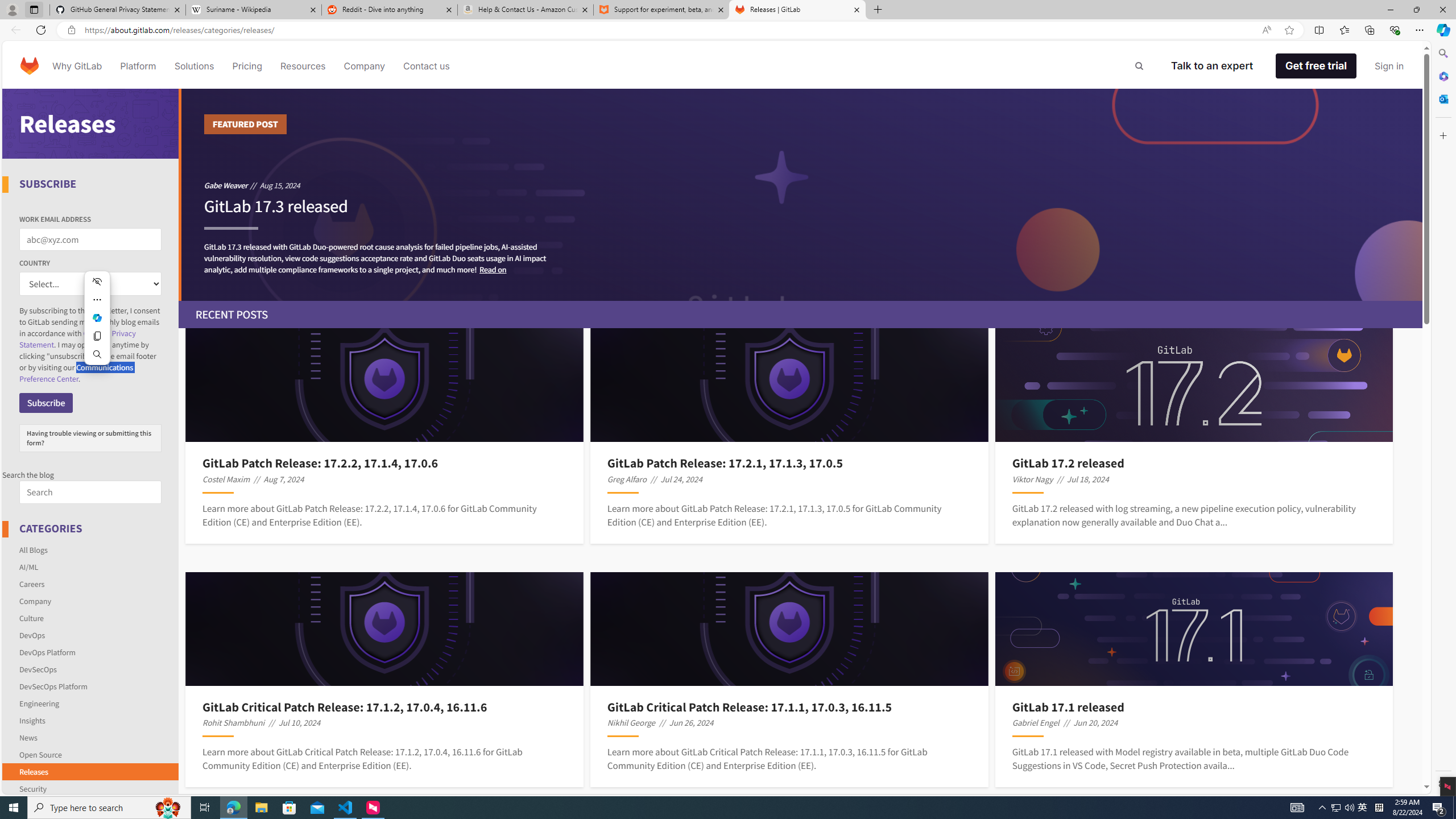 Image resolution: width=1456 pixels, height=819 pixels. What do you see at coordinates (53, 686) in the screenshot?
I see `'DevSecOps Platform'` at bounding box center [53, 686].